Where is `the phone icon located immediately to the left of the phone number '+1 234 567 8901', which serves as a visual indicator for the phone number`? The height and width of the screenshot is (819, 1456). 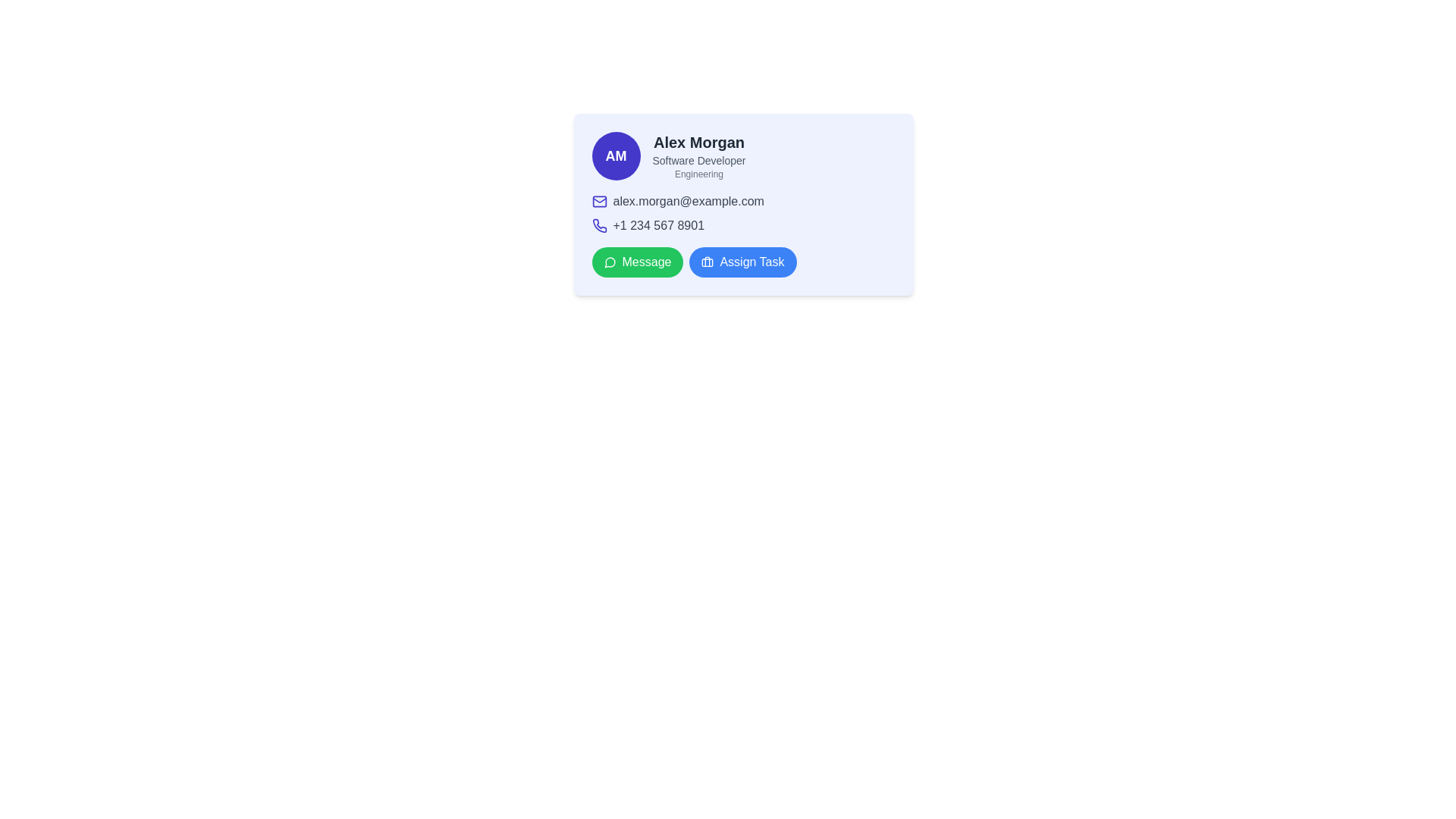 the phone icon located immediately to the left of the phone number '+1 234 567 8901', which serves as a visual indicator for the phone number is located at coordinates (598, 225).